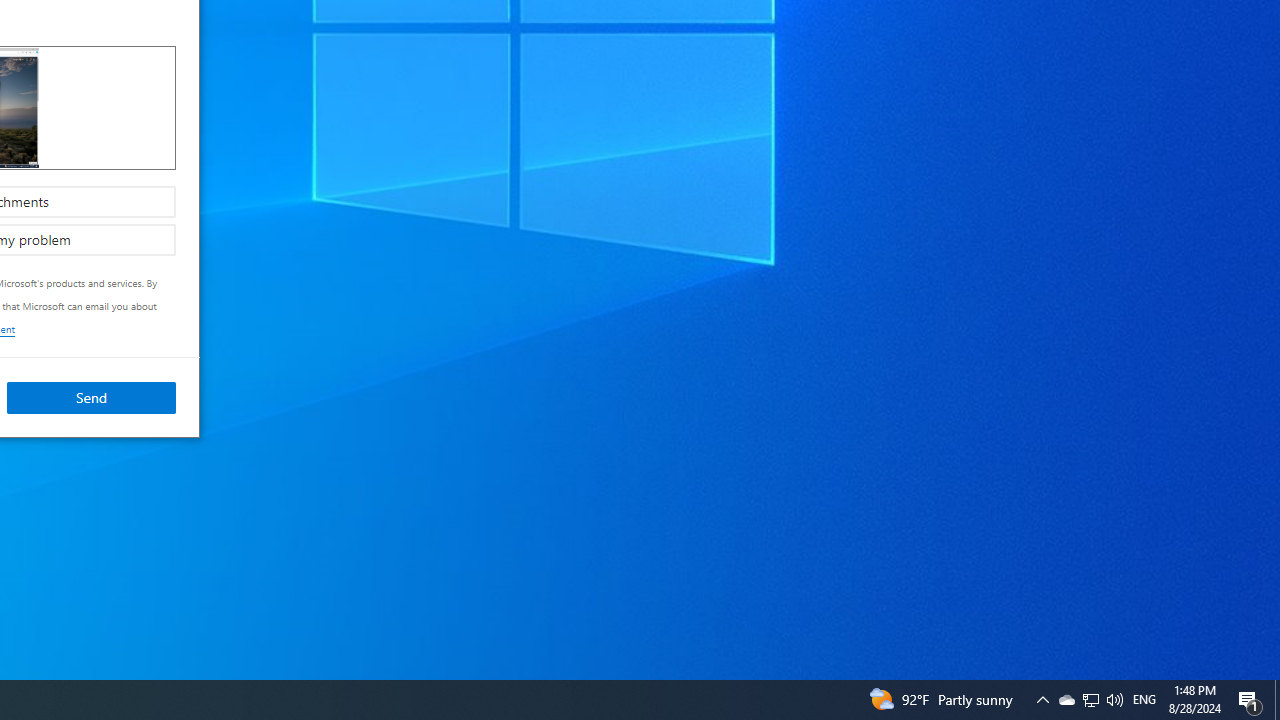 The height and width of the screenshot is (720, 1280). What do you see at coordinates (1250, 698) in the screenshot?
I see `'Show desktop'` at bounding box center [1250, 698].